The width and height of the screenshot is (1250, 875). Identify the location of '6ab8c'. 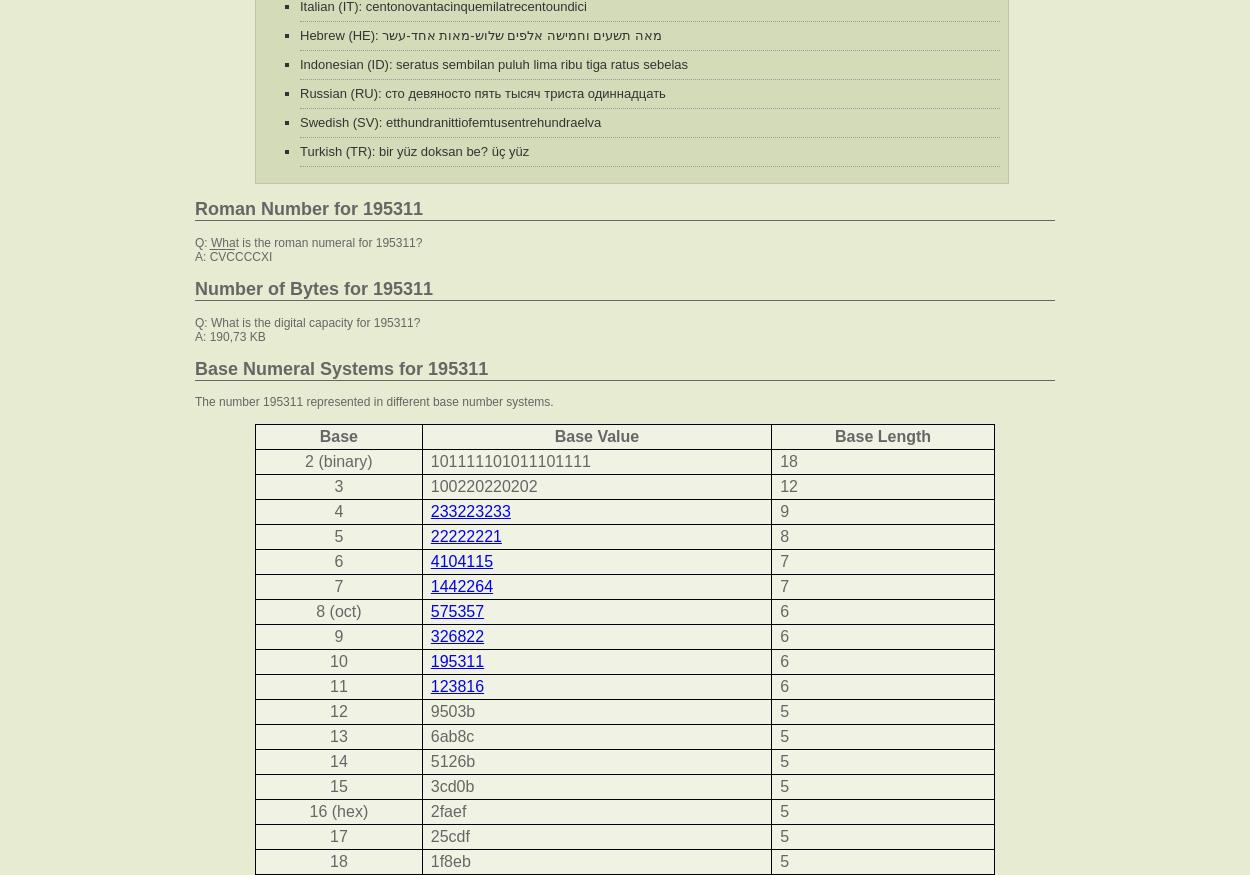
(450, 736).